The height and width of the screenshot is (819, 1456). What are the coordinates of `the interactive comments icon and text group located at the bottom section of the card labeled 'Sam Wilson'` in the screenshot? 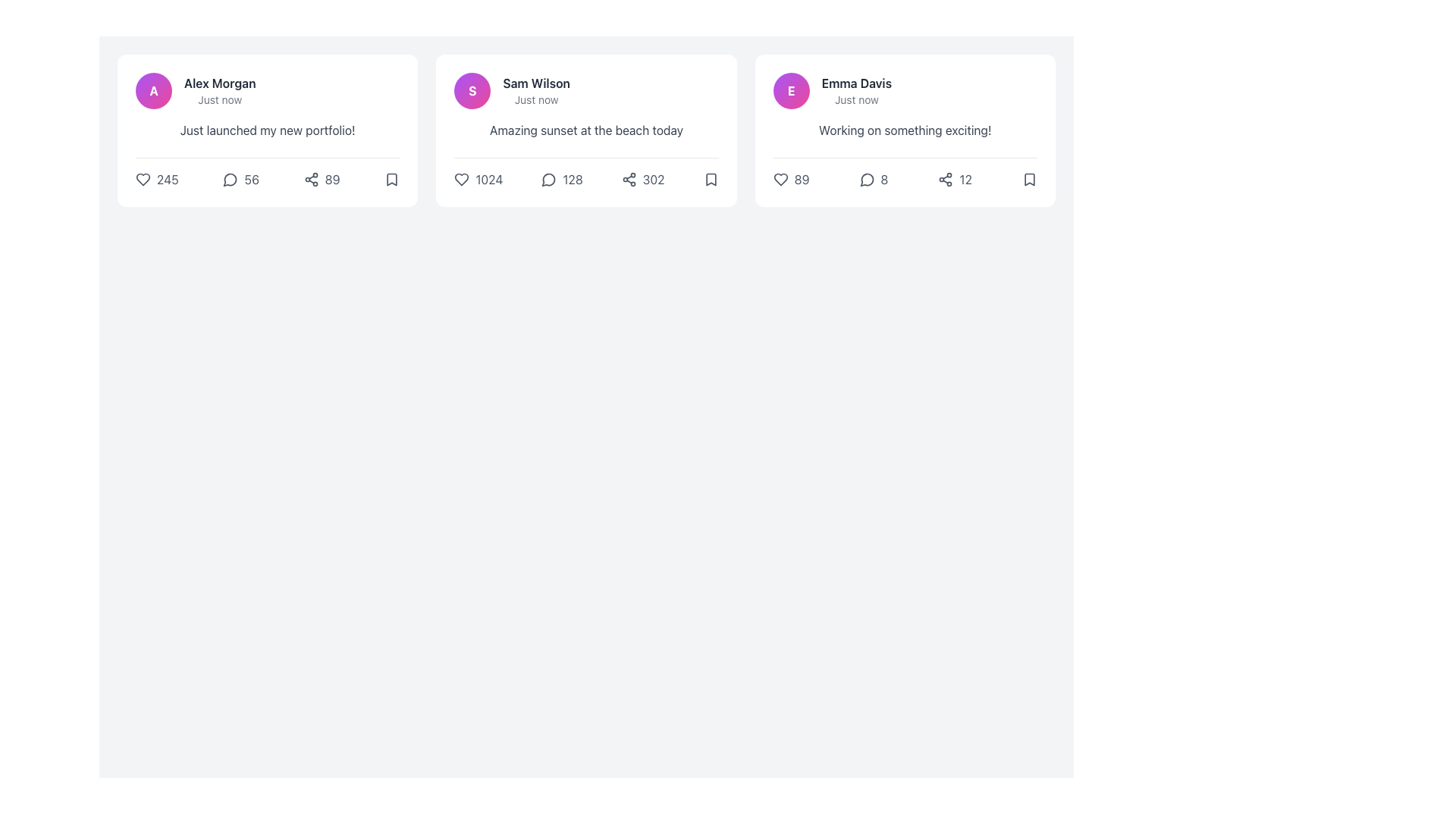 It's located at (561, 178).